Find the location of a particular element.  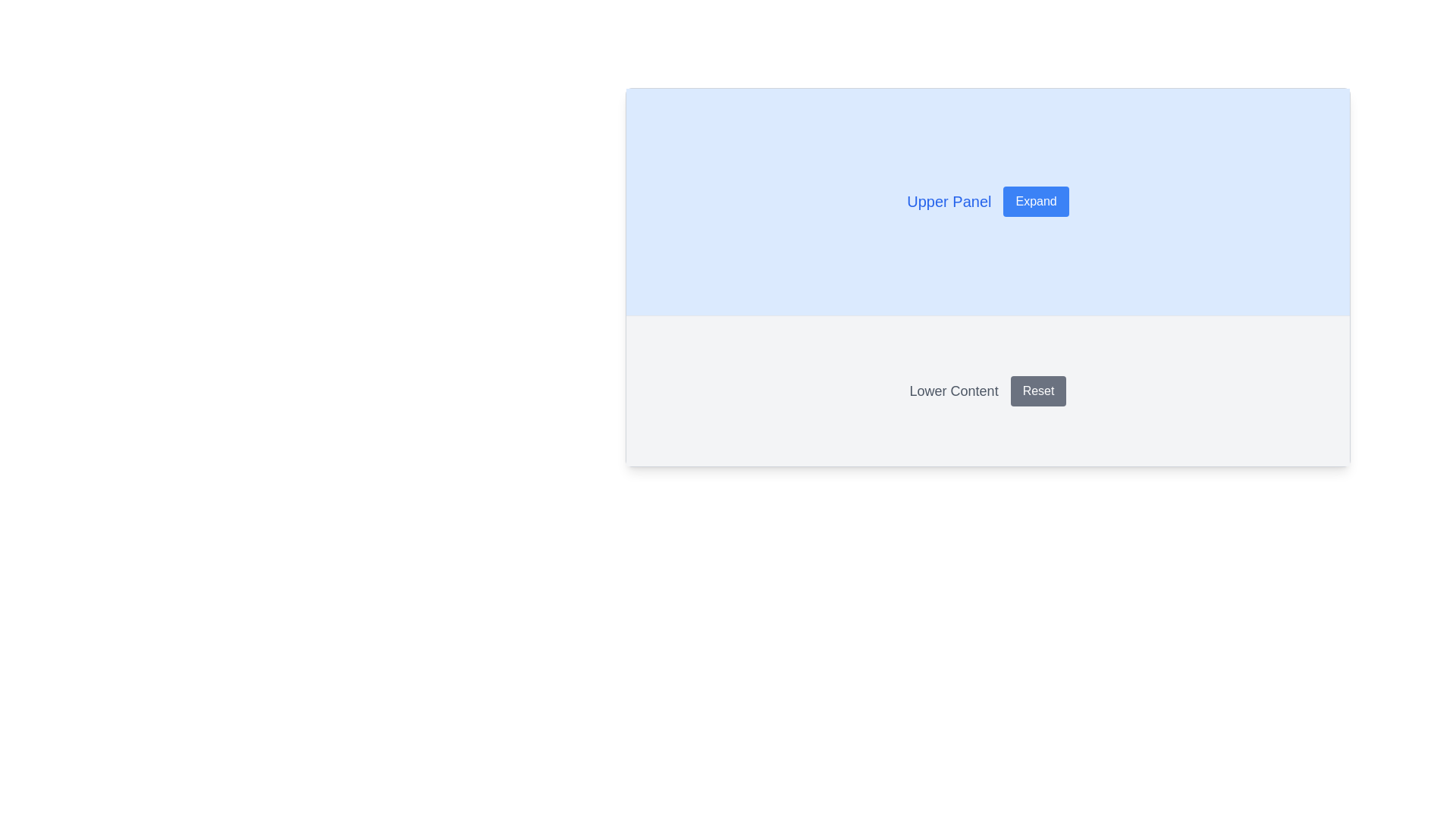

the reset configurations button located to the right of the 'Lower Content' label in the lower panel is located at coordinates (1037, 390).